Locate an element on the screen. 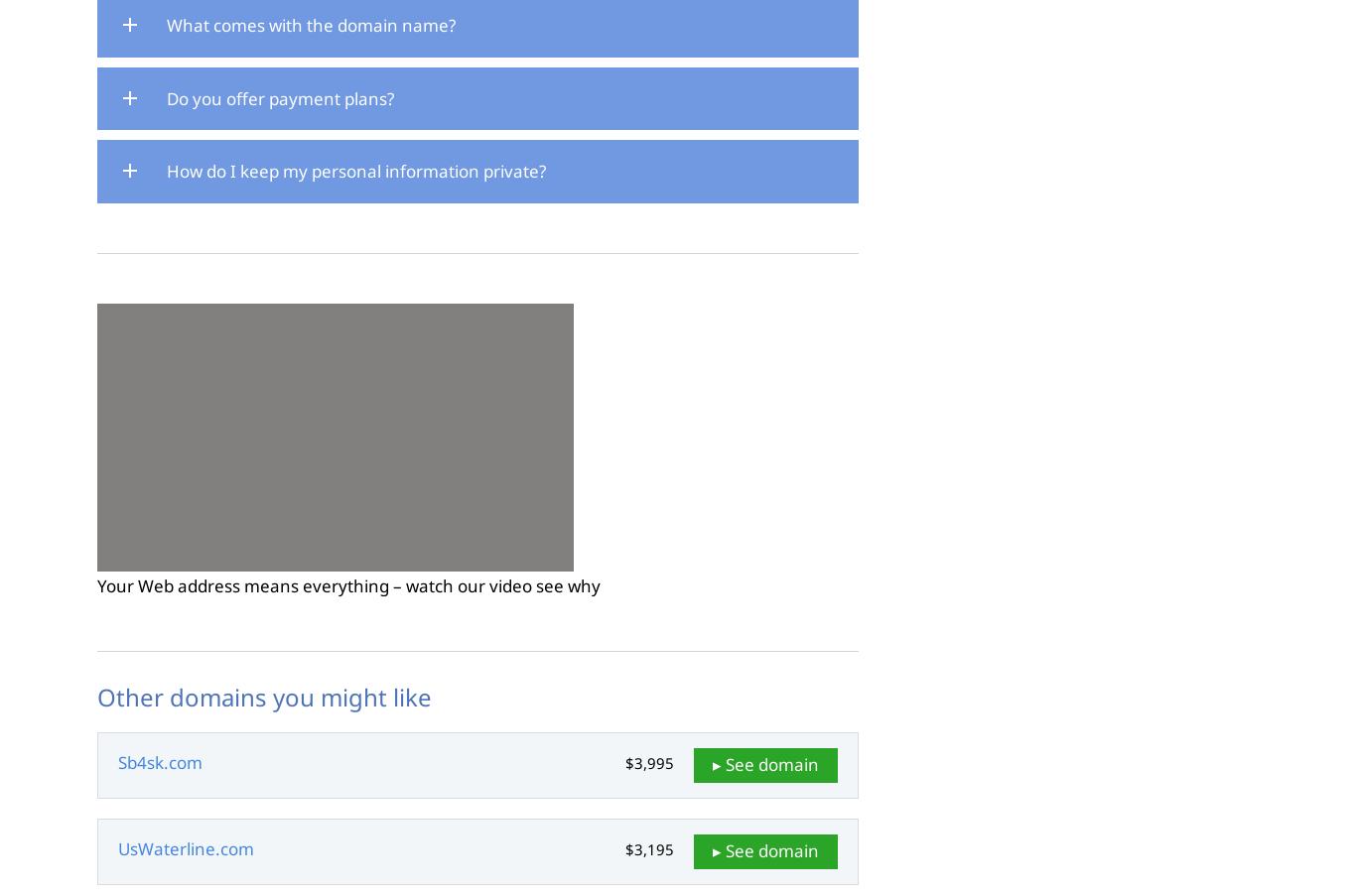 This screenshot has width=1356, height=896. '$3,195' is located at coordinates (648, 849).